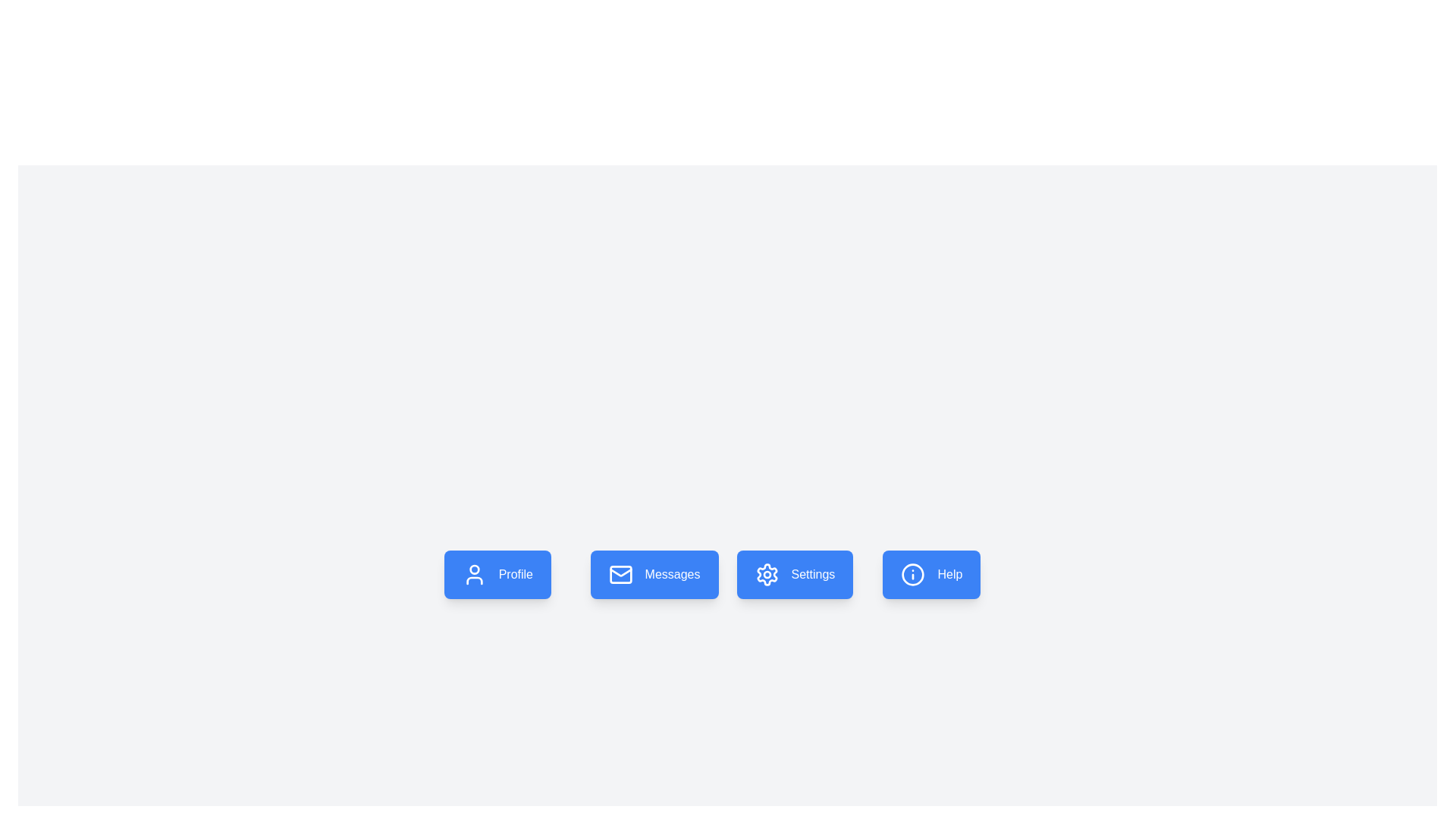  Describe the element at coordinates (800, 575) in the screenshot. I see `the 'Settings' button, which is a rectangular button with a blue background, rounded corners, featuring a gear icon on the left and the text 'Settings' in white on the right` at that location.